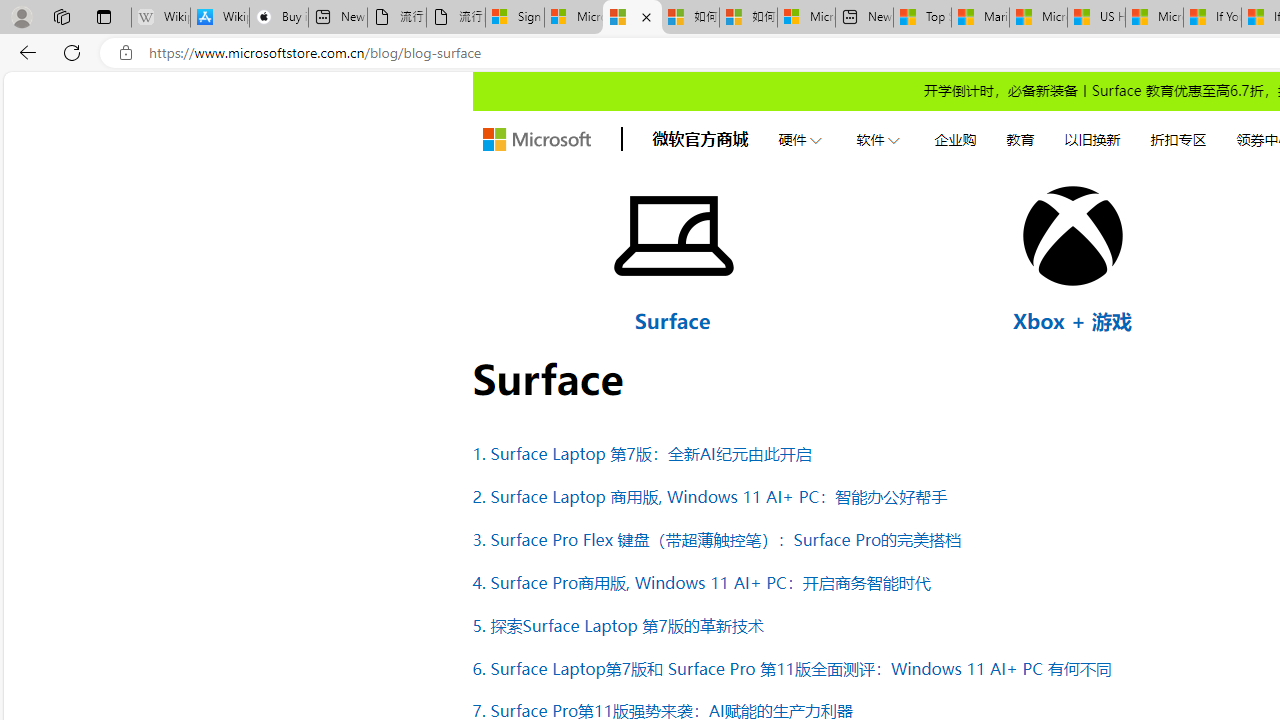 Image resolution: width=1280 pixels, height=720 pixels. Describe the element at coordinates (672, 319) in the screenshot. I see `'Surface'` at that location.